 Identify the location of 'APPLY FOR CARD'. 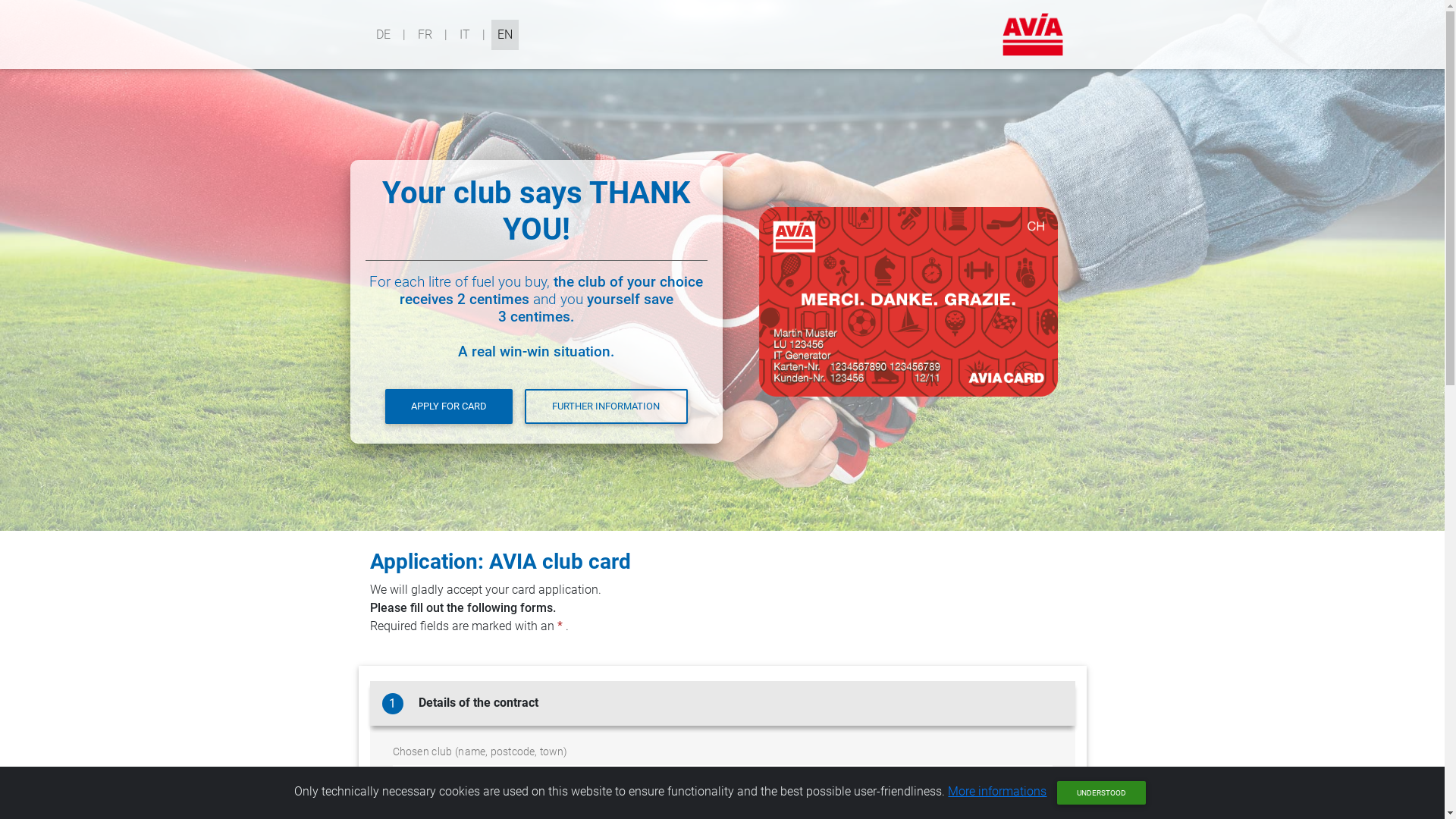
(447, 406).